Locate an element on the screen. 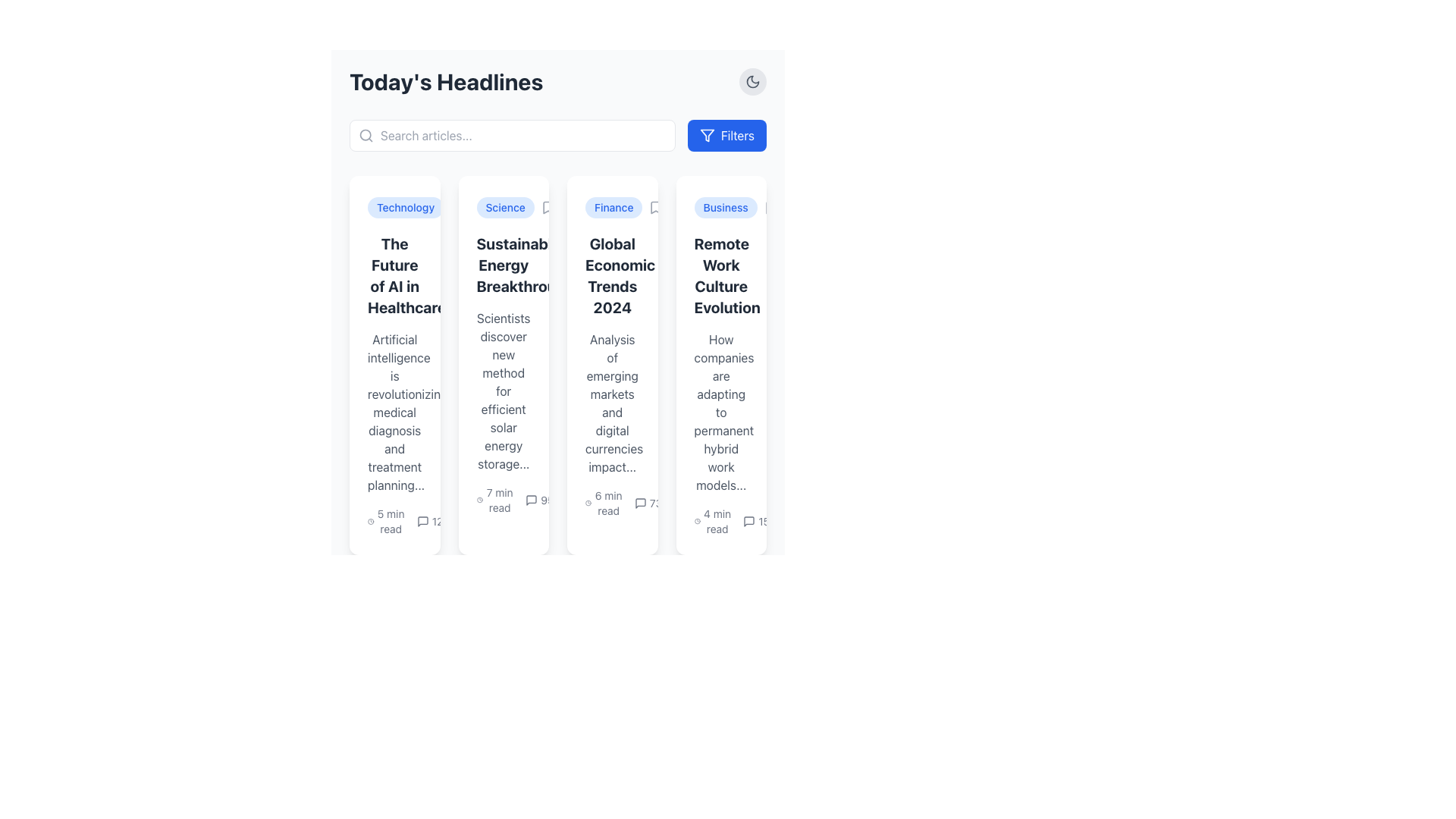 The image size is (1456, 819). the comment or message icon, which is depicted as a speech bubble shape in a plain line style, located near the bottom-right corner of the content block titled 'Global Economic Trends 2024' is located at coordinates (640, 503).